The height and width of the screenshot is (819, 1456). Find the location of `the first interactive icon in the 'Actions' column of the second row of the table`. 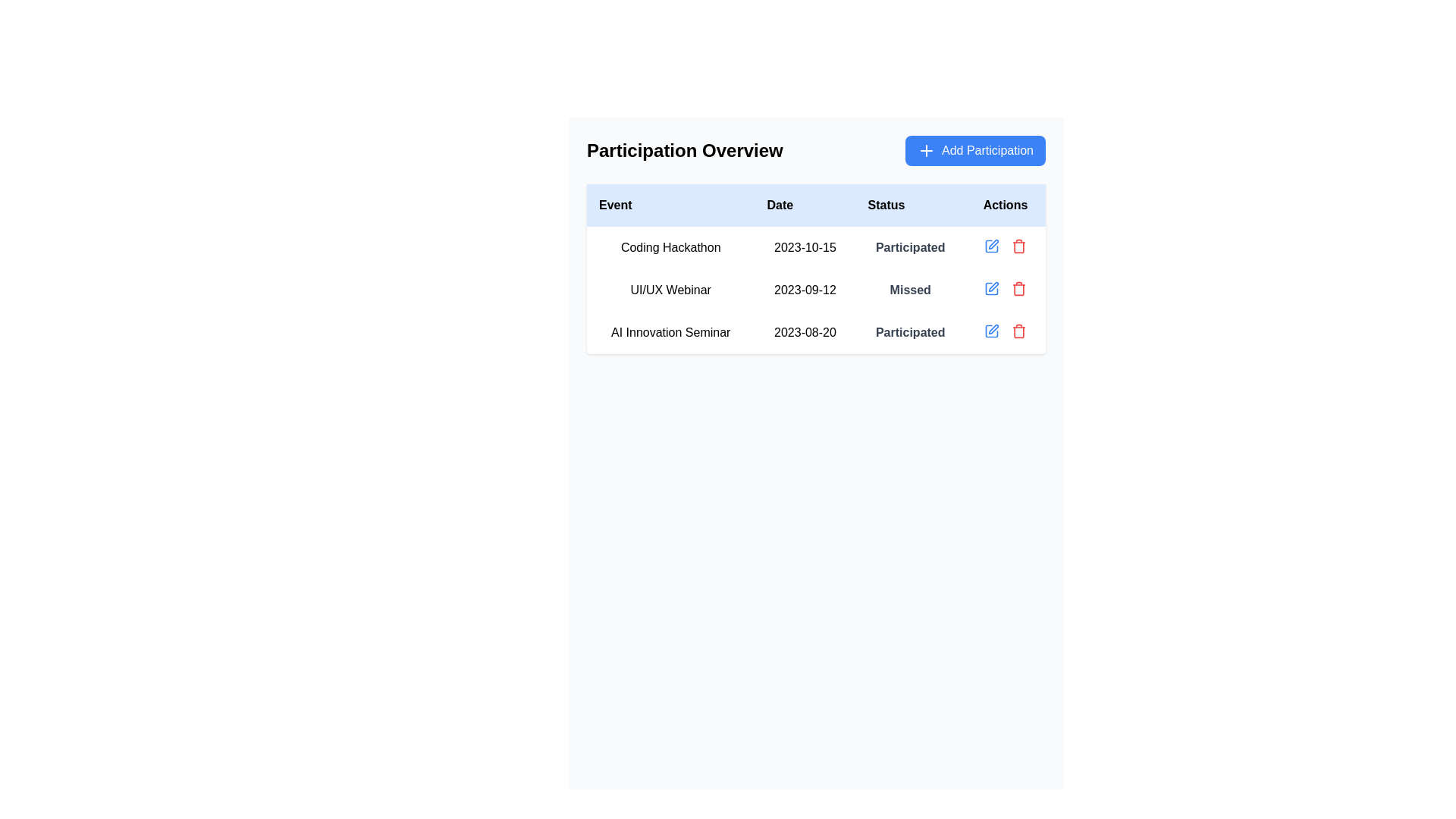

the first interactive icon in the 'Actions' column of the second row of the table is located at coordinates (991, 245).